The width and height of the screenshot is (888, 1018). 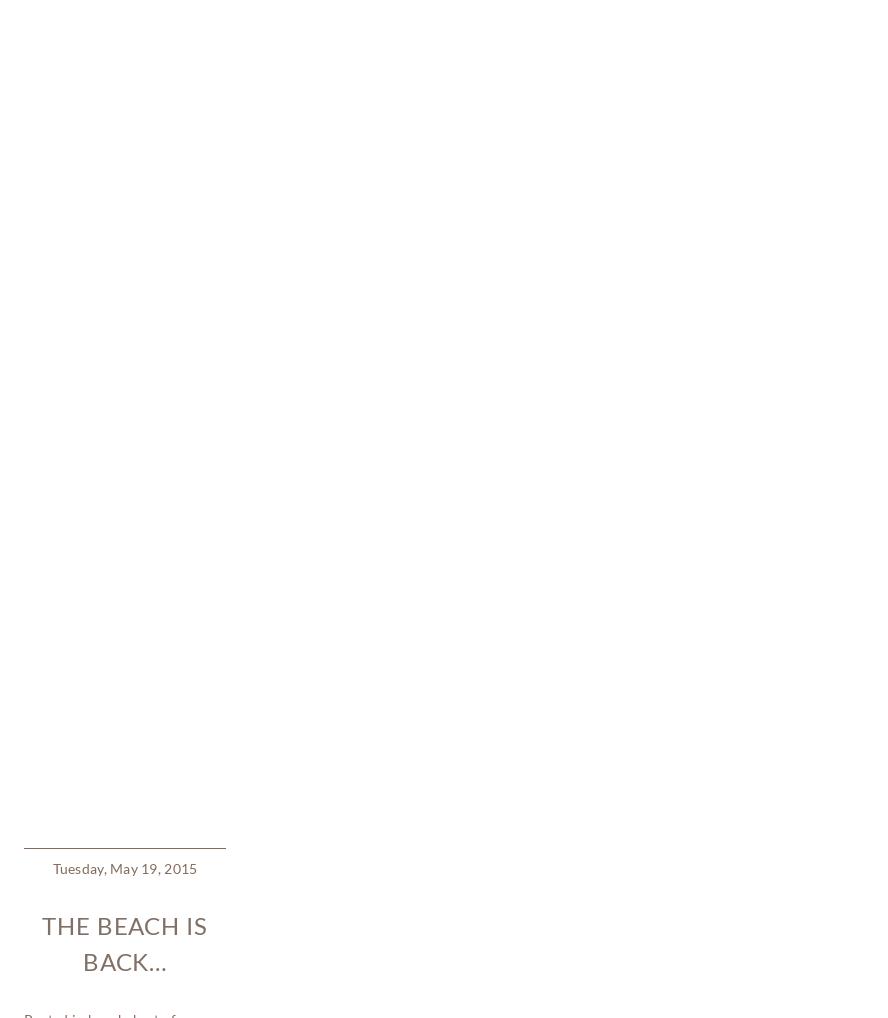 What do you see at coordinates (50, 438) in the screenshot?
I see `'children'` at bounding box center [50, 438].